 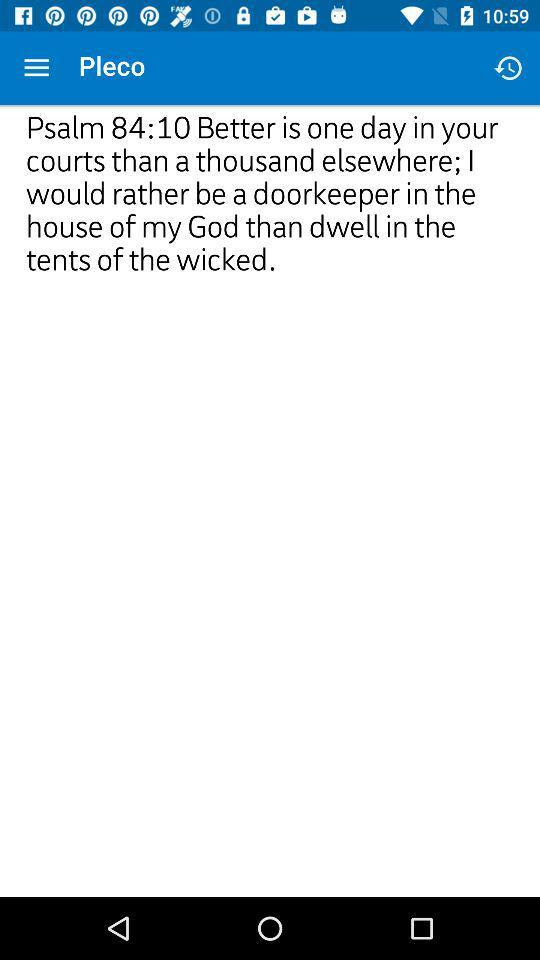 I want to click on item next to pleco item, so click(x=36, y=68).